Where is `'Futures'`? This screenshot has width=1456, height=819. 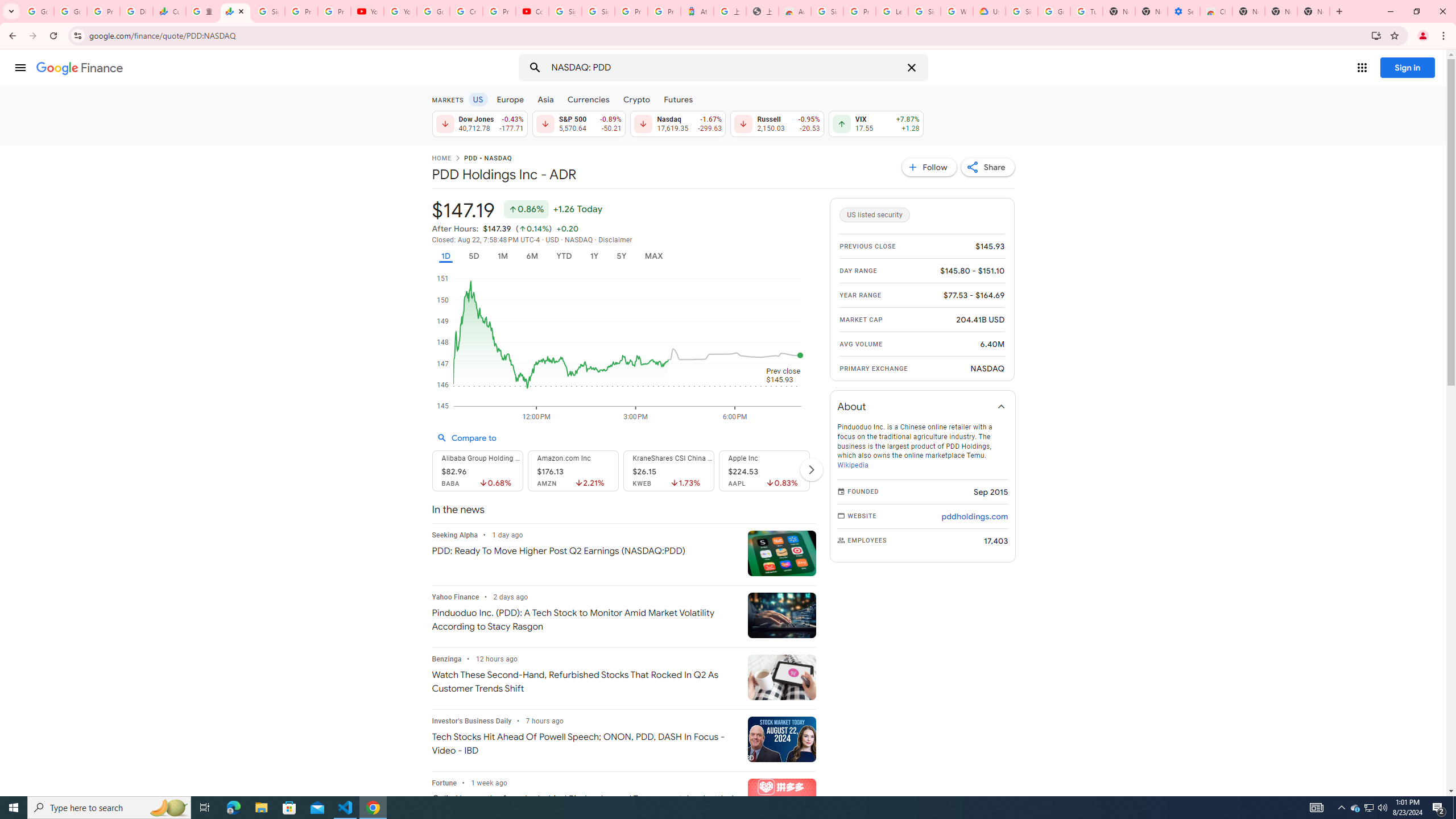
'Futures' is located at coordinates (677, 98).